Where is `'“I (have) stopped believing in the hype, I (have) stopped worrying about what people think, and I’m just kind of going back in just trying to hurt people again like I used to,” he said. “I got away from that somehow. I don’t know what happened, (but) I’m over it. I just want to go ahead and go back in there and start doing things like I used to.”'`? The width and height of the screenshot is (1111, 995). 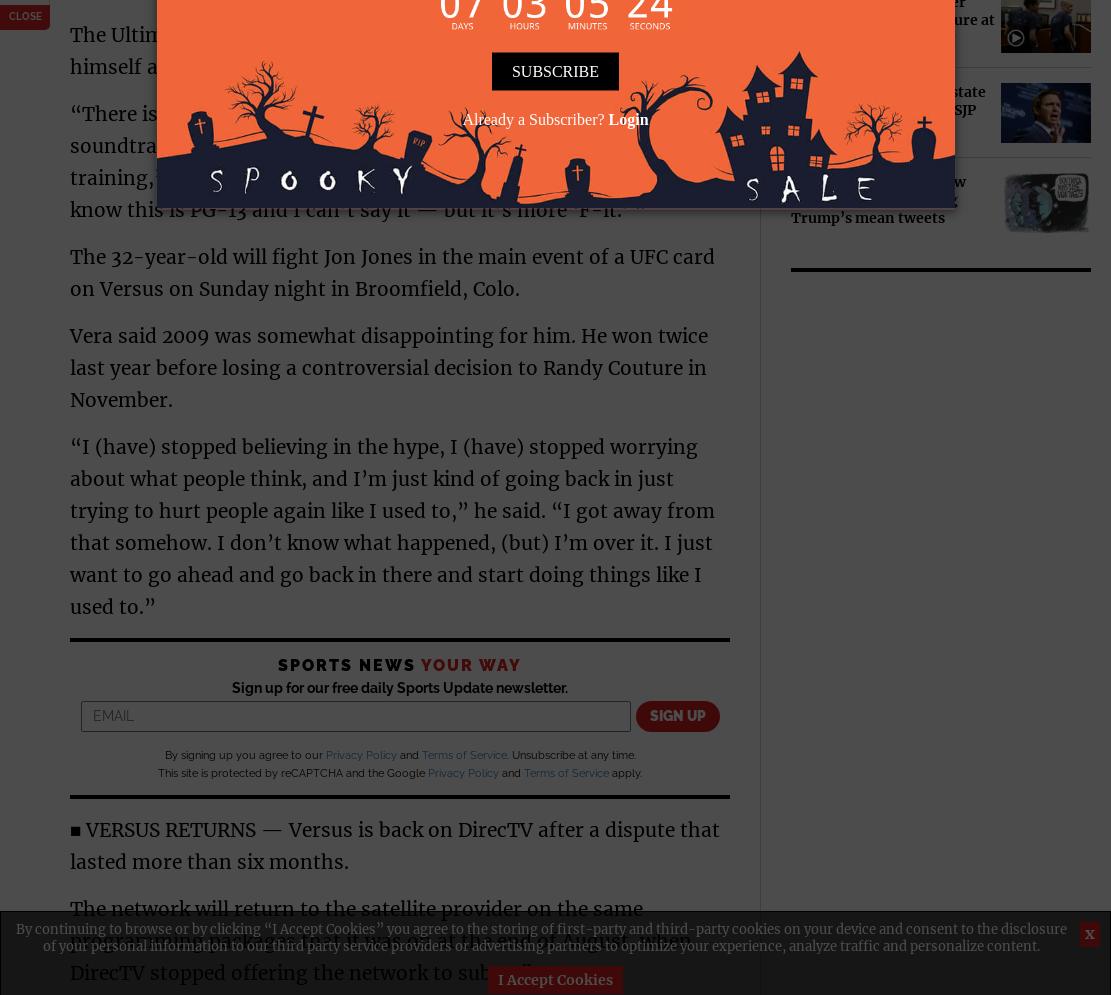 '“I (have) stopped believing in the hype, I (have) stopped worrying about what people think, and I’m just kind of going back in just trying to hurt people again like I used to,” he said. “I got away from that somehow. I don’t know what happened, (but) I’m over it. I just want to go ahead and go back in there and start doing things like I used to.”' is located at coordinates (392, 524).